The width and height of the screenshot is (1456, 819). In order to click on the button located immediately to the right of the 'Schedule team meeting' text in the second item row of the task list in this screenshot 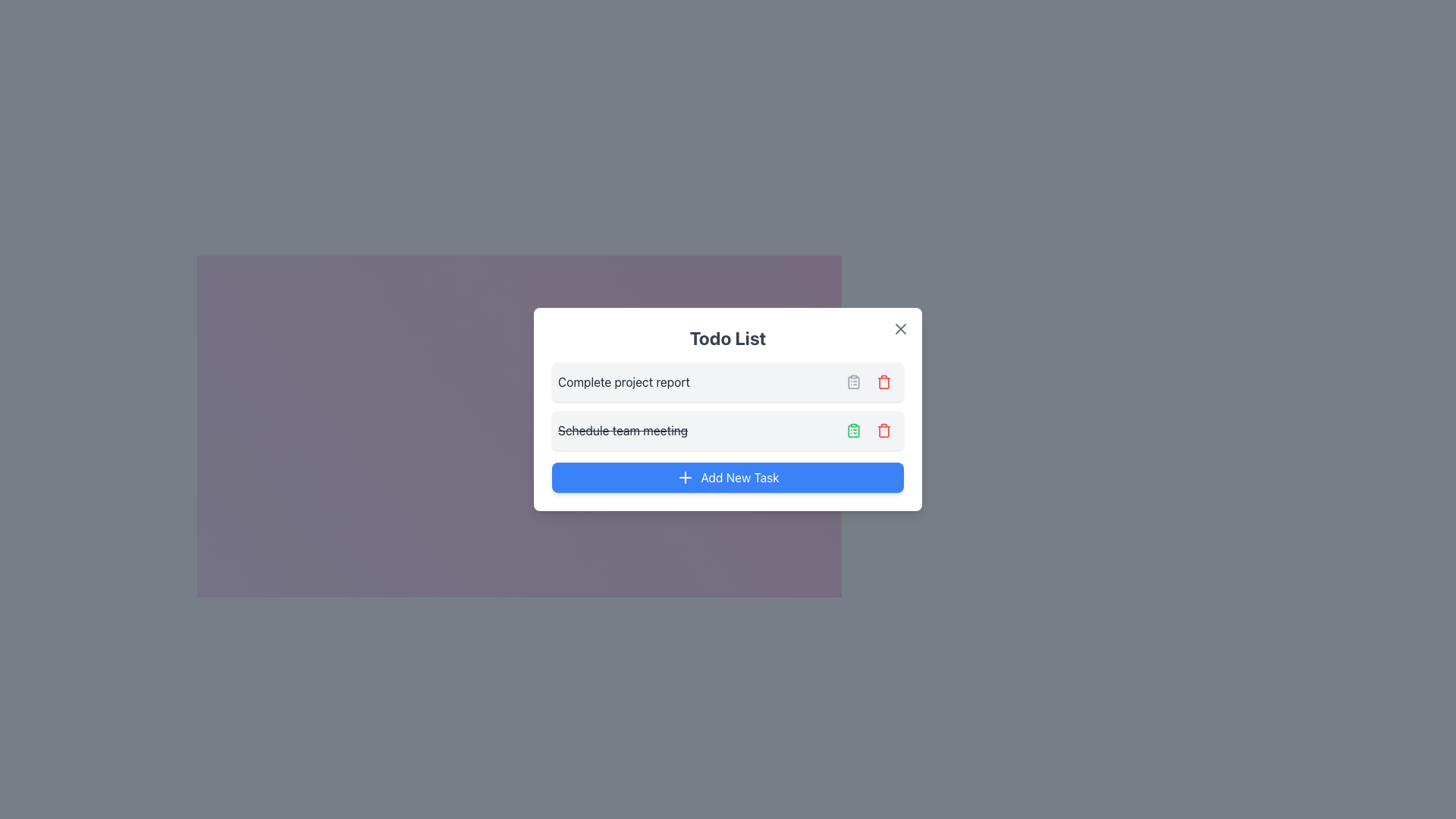, I will do `click(854, 430)`.